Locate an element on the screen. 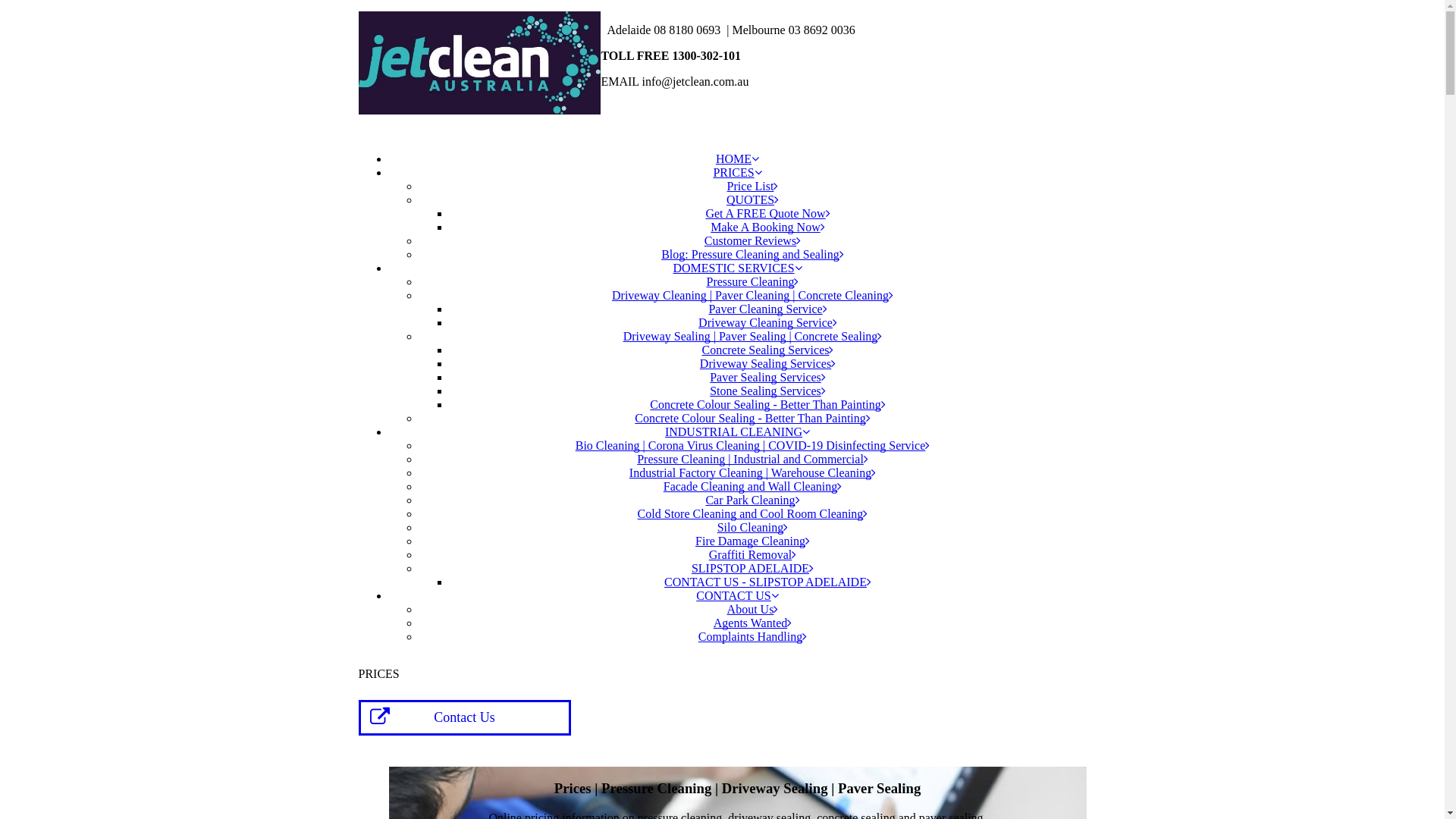  'INDUSTRIAL CLEANING' is located at coordinates (665, 431).